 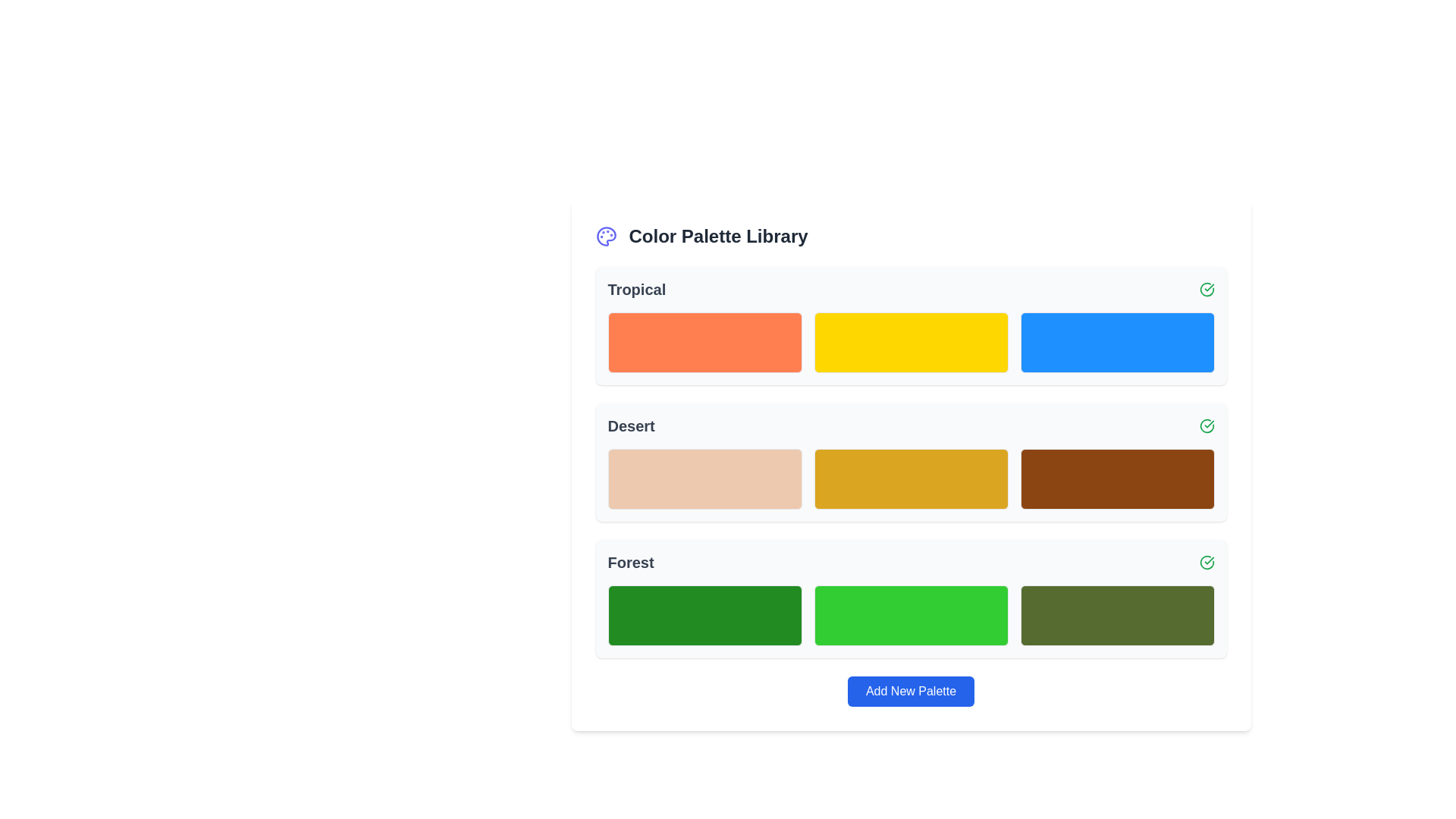 What do you see at coordinates (605, 237) in the screenshot?
I see `the color palette icon located near the top-left corner of the interface, positioned directly before the text 'Color Palette Library'` at bounding box center [605, 237].